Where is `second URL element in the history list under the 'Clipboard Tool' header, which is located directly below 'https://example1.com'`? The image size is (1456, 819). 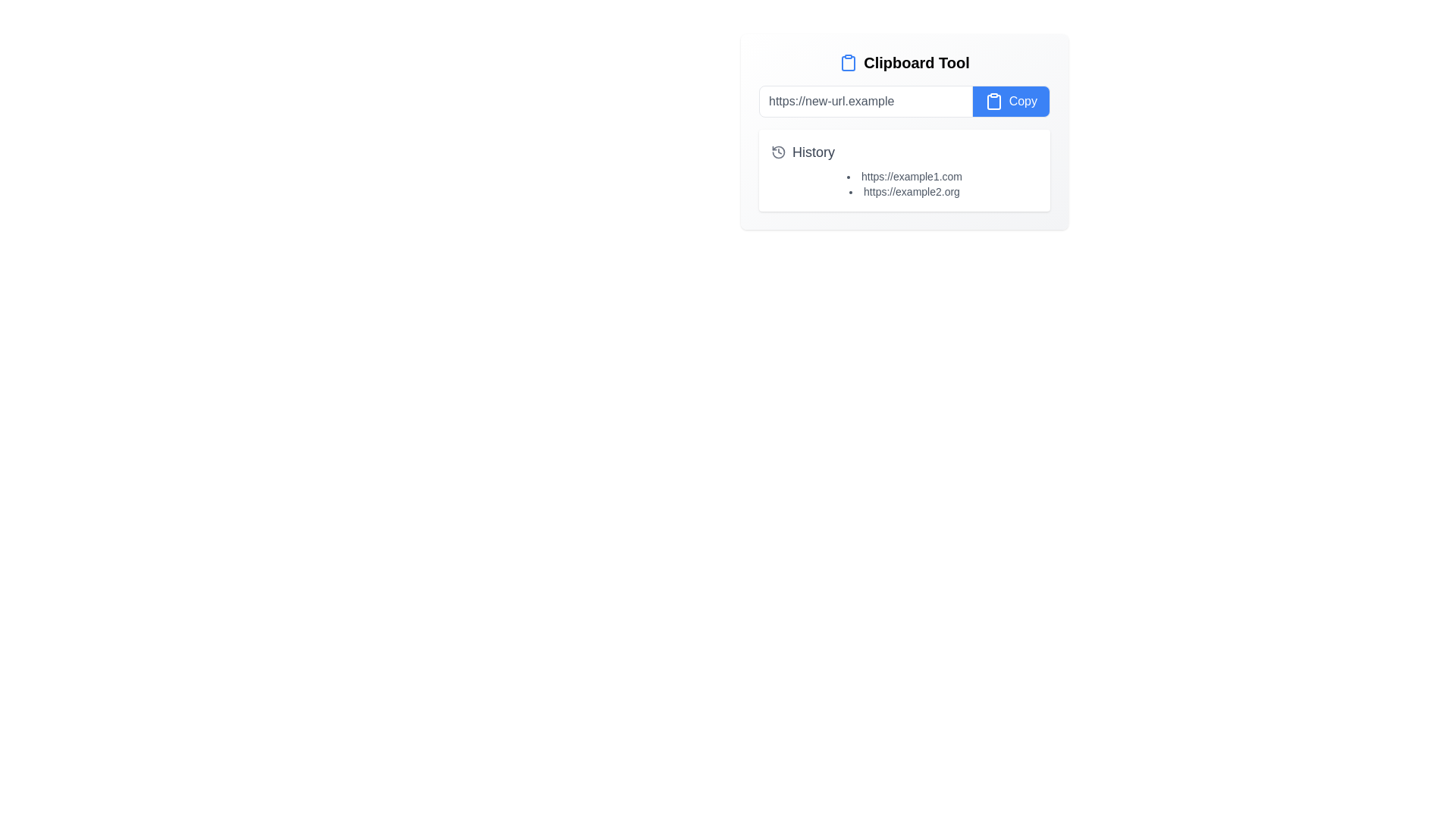 second URL element in the history list under the 'Clipboard Tool' header, which is located directly below 'https://example1.com' is located at coordinates (905, 191).